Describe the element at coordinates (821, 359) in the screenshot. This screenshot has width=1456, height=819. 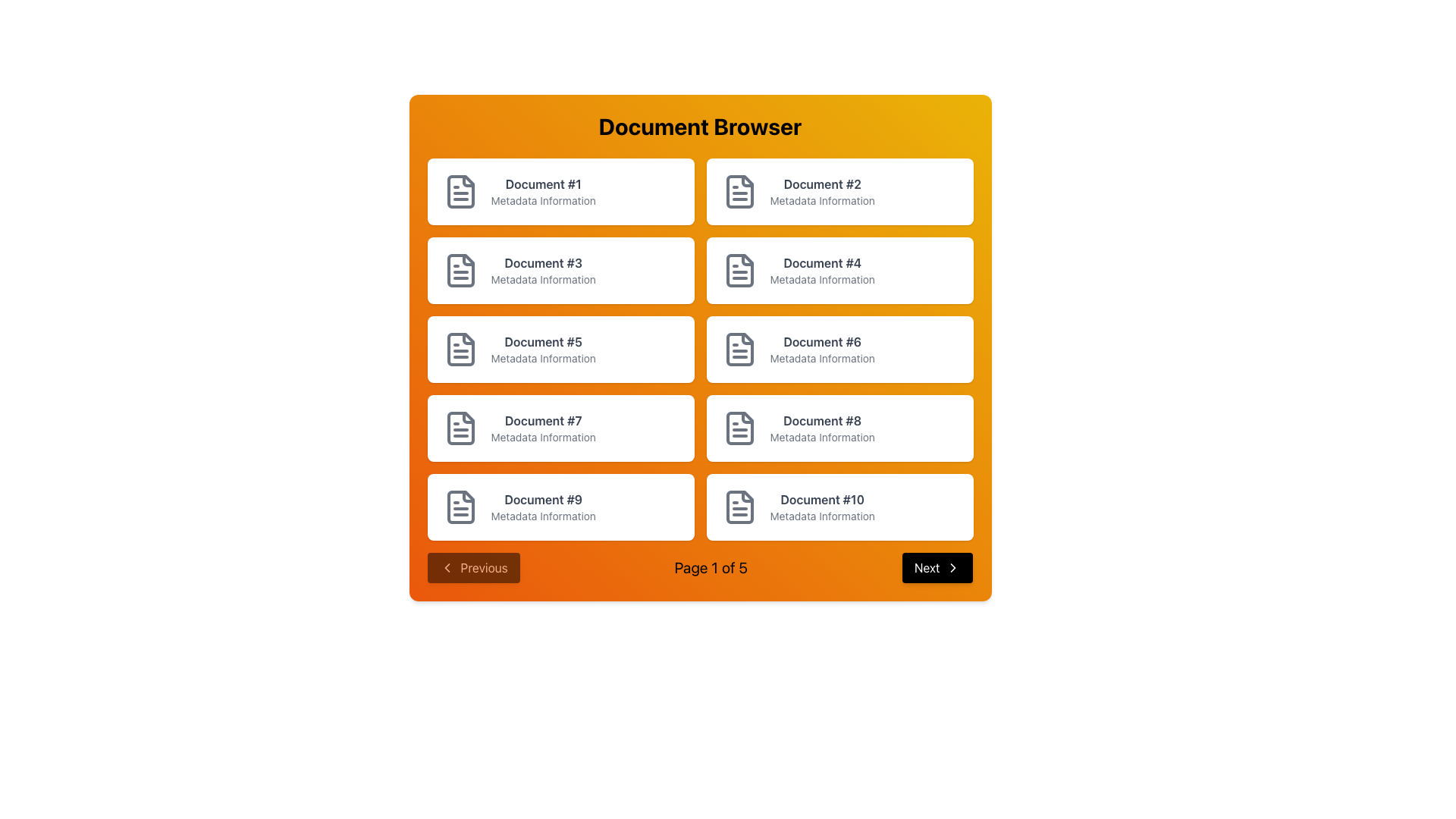
I see `the descriptive Text label located in the lower section of the box for 'Document #6', positioned directly below its title in the document grid` at that location.